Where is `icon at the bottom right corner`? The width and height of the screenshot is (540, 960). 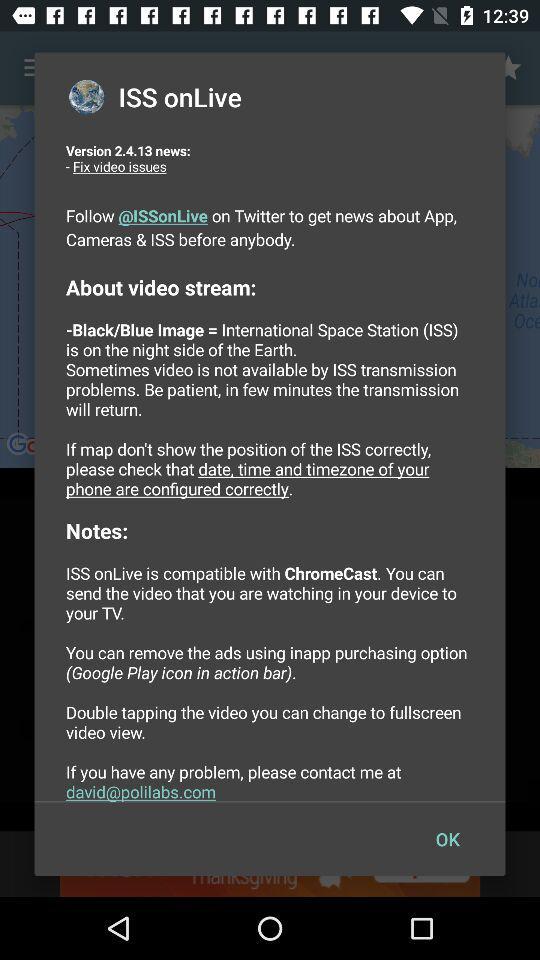 icon at the bottom right corner is located at coordinates (447, 839).